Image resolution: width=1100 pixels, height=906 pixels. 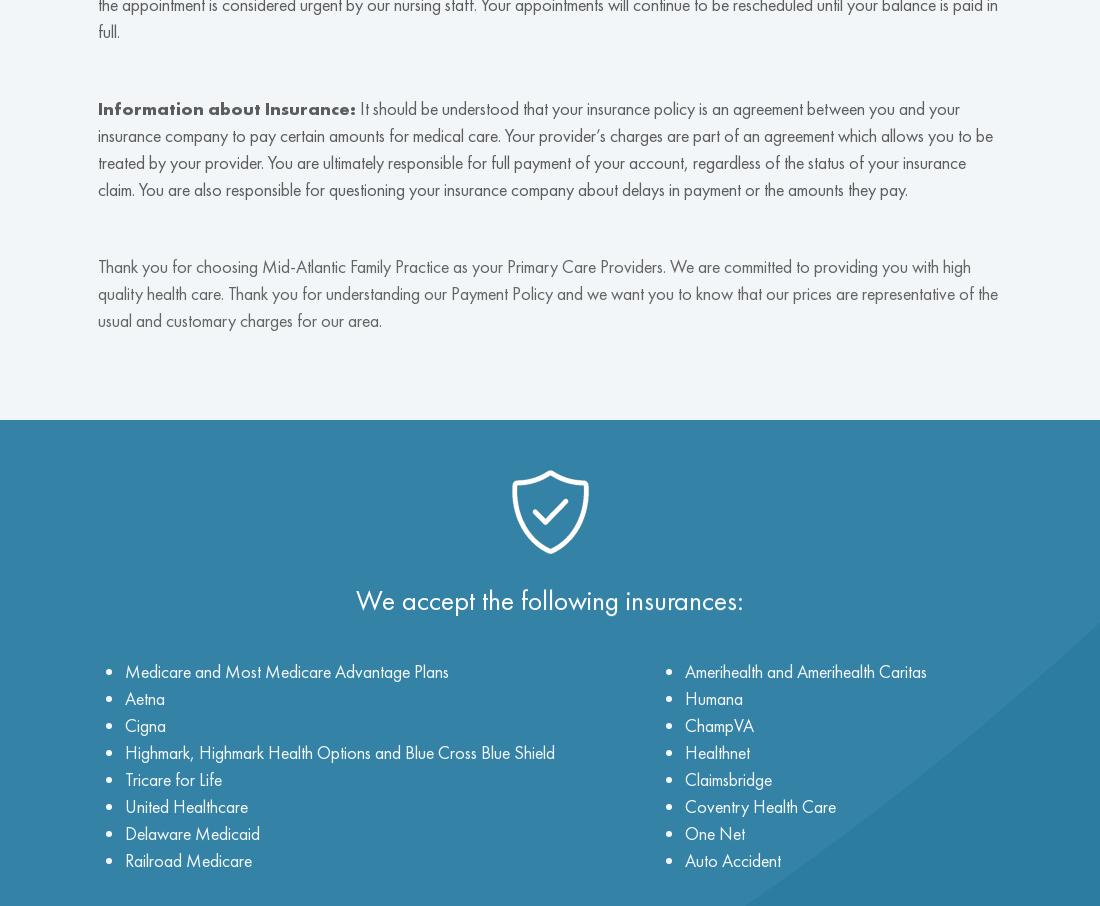 I want to click on 'Delaware Medicaid', so click(x=191, y=831).